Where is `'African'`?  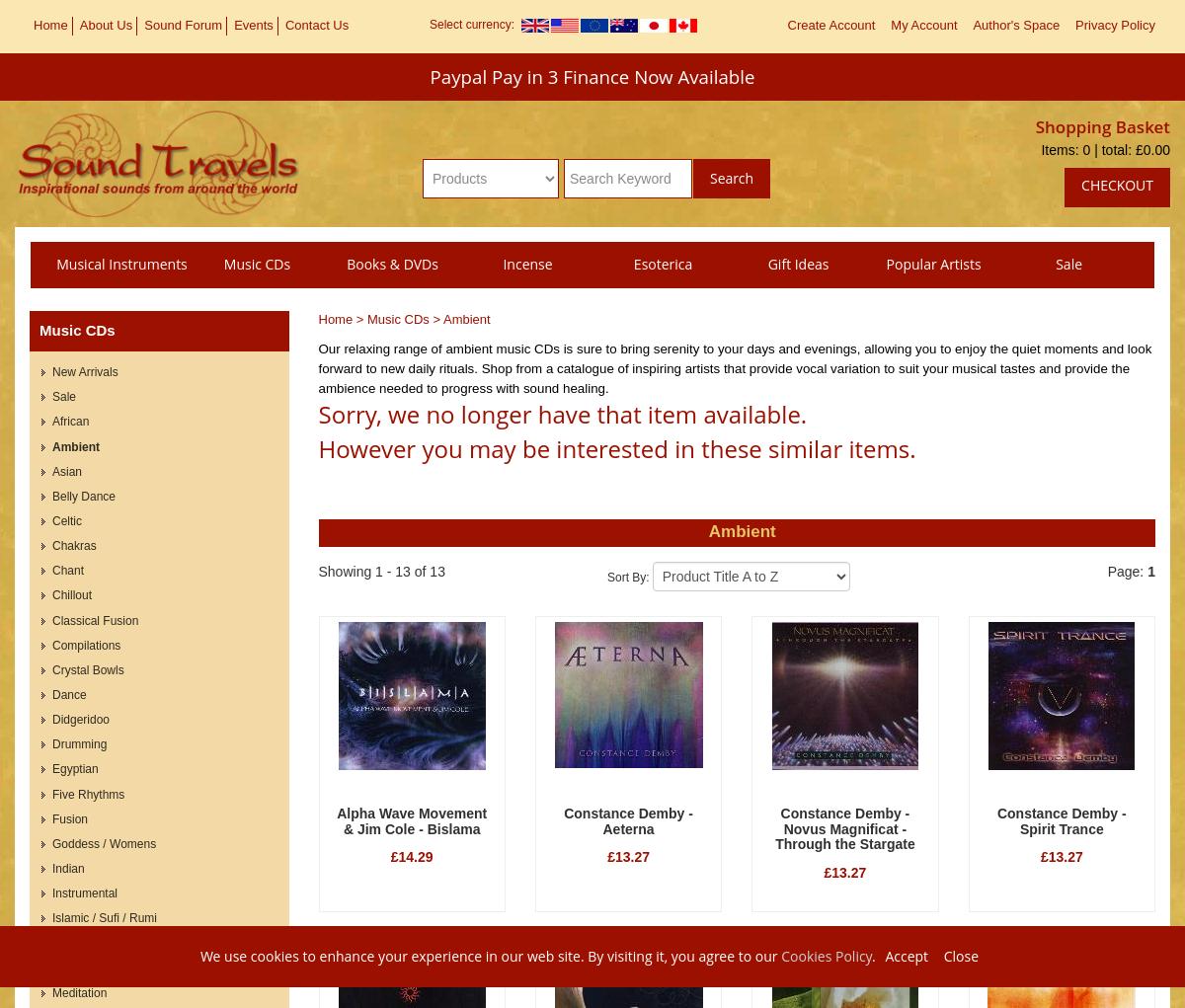
'African' is located at coordinates (70, 420).